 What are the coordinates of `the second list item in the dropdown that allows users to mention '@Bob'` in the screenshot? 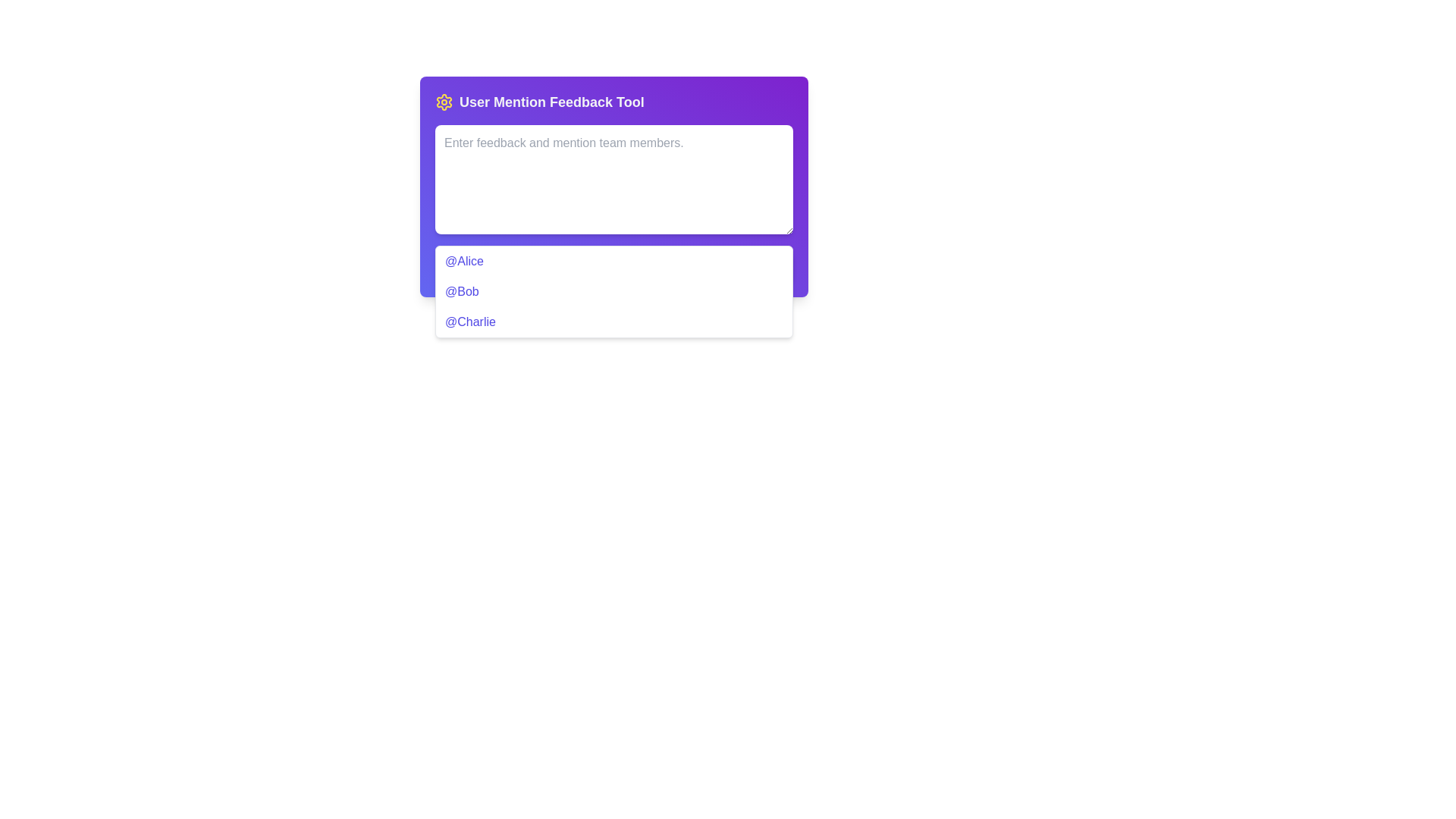 It's located at (614, 292).